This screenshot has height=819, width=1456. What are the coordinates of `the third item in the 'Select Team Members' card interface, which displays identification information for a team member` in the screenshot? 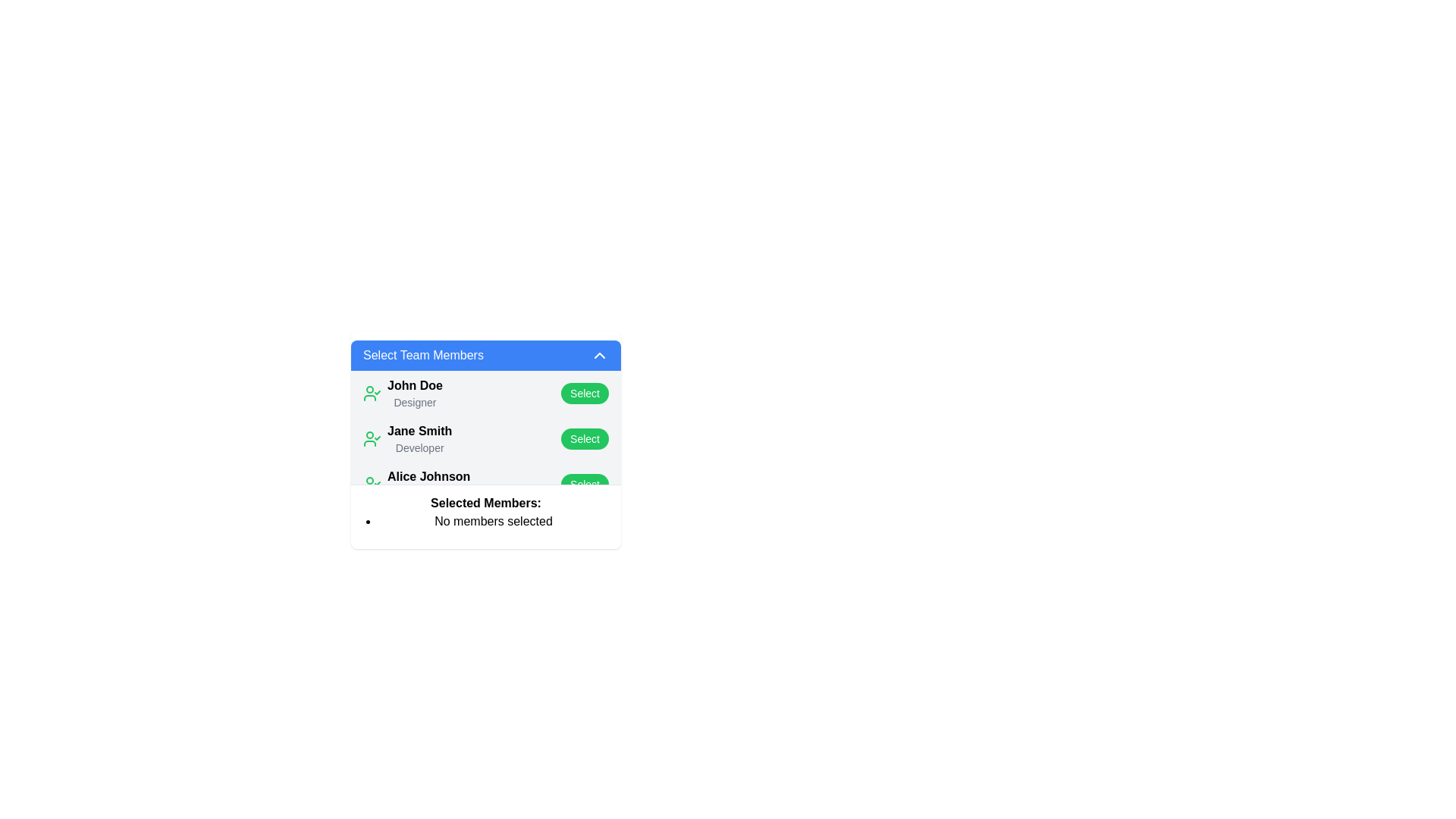 It's located at (428, 485).